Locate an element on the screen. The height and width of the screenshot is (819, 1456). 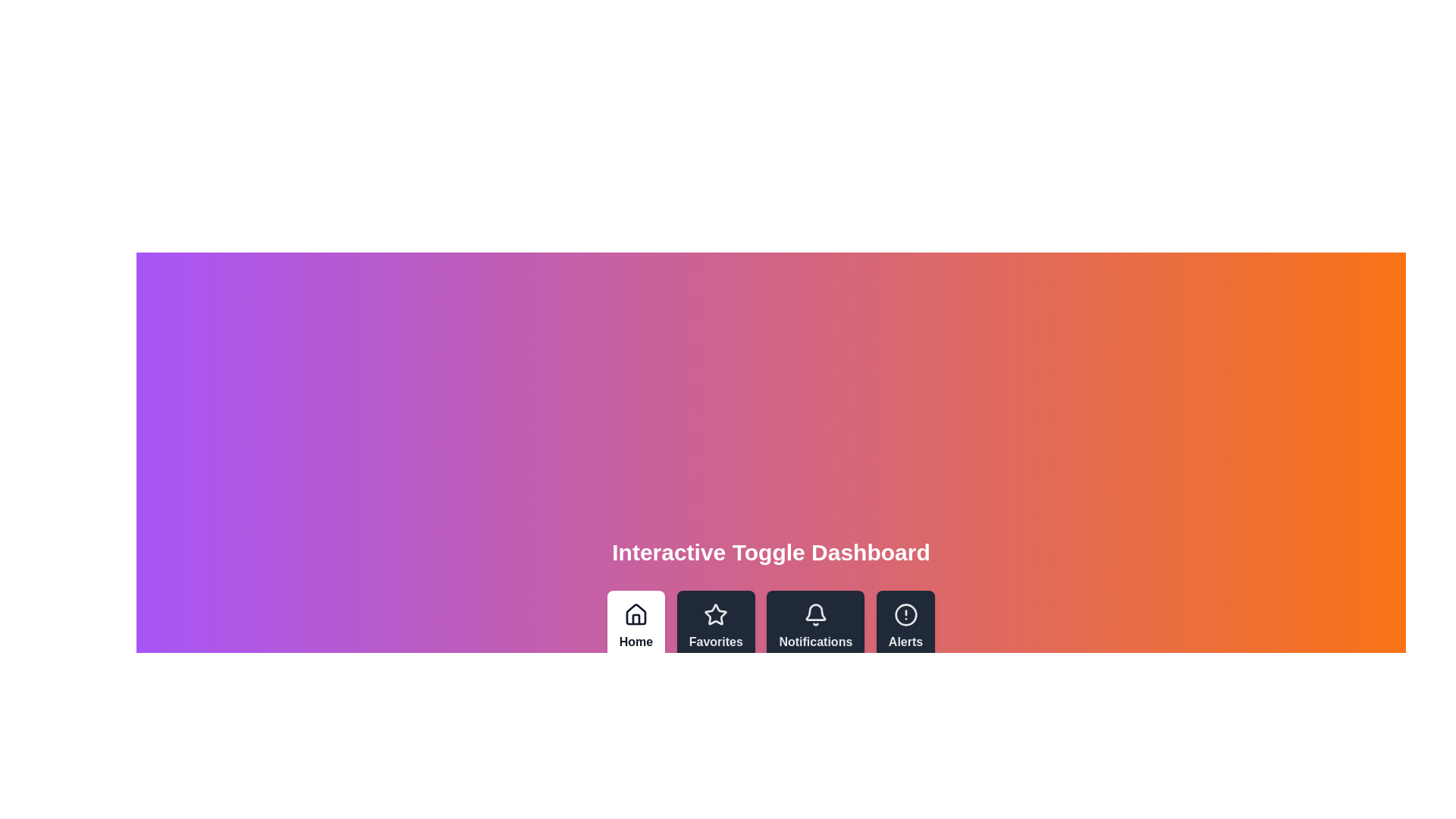
the Alerts tab by clicking on its corresponding button is located at coordinates (905, 626).